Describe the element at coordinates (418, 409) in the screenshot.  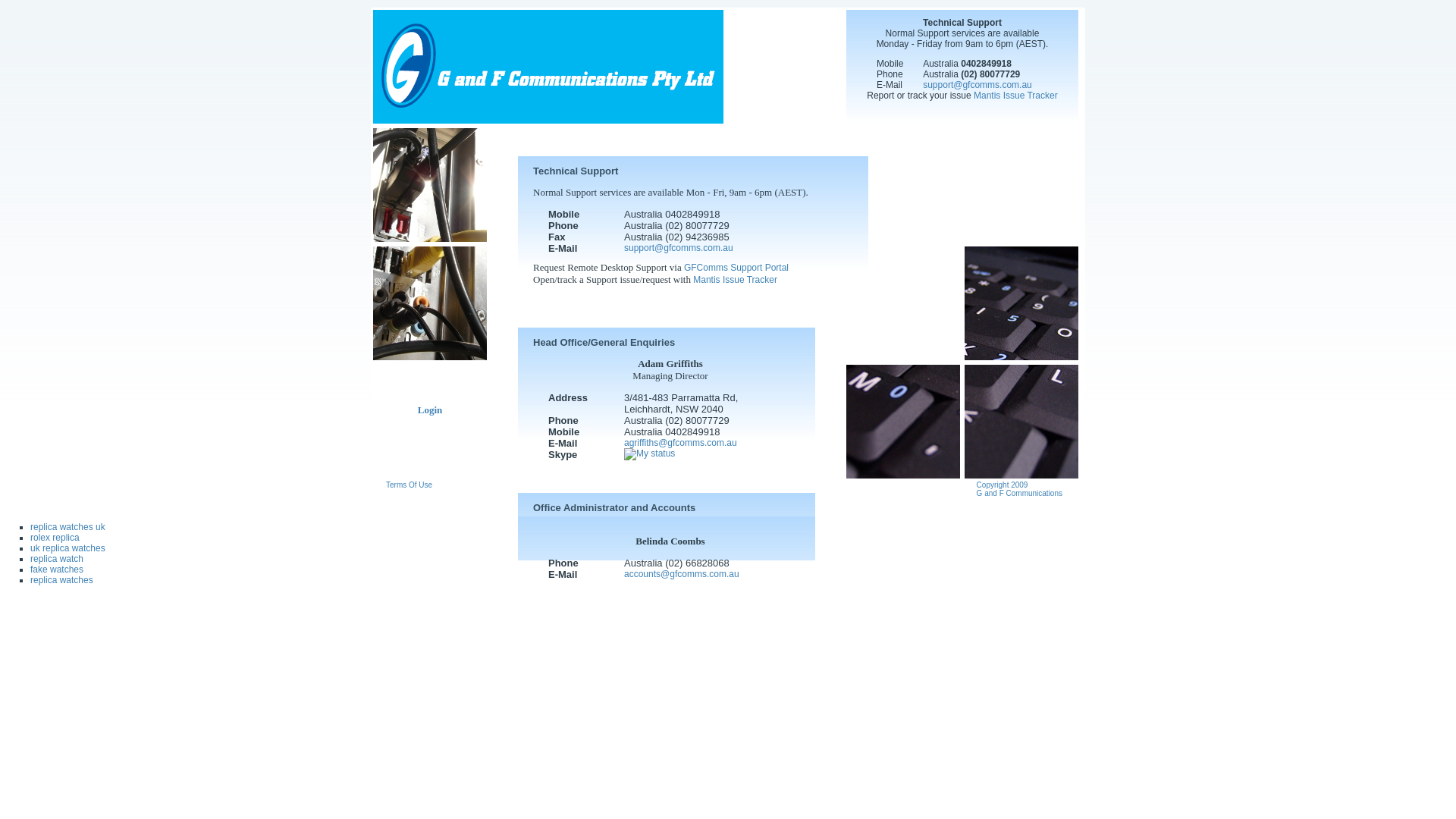
I see `'Login'` at that location.